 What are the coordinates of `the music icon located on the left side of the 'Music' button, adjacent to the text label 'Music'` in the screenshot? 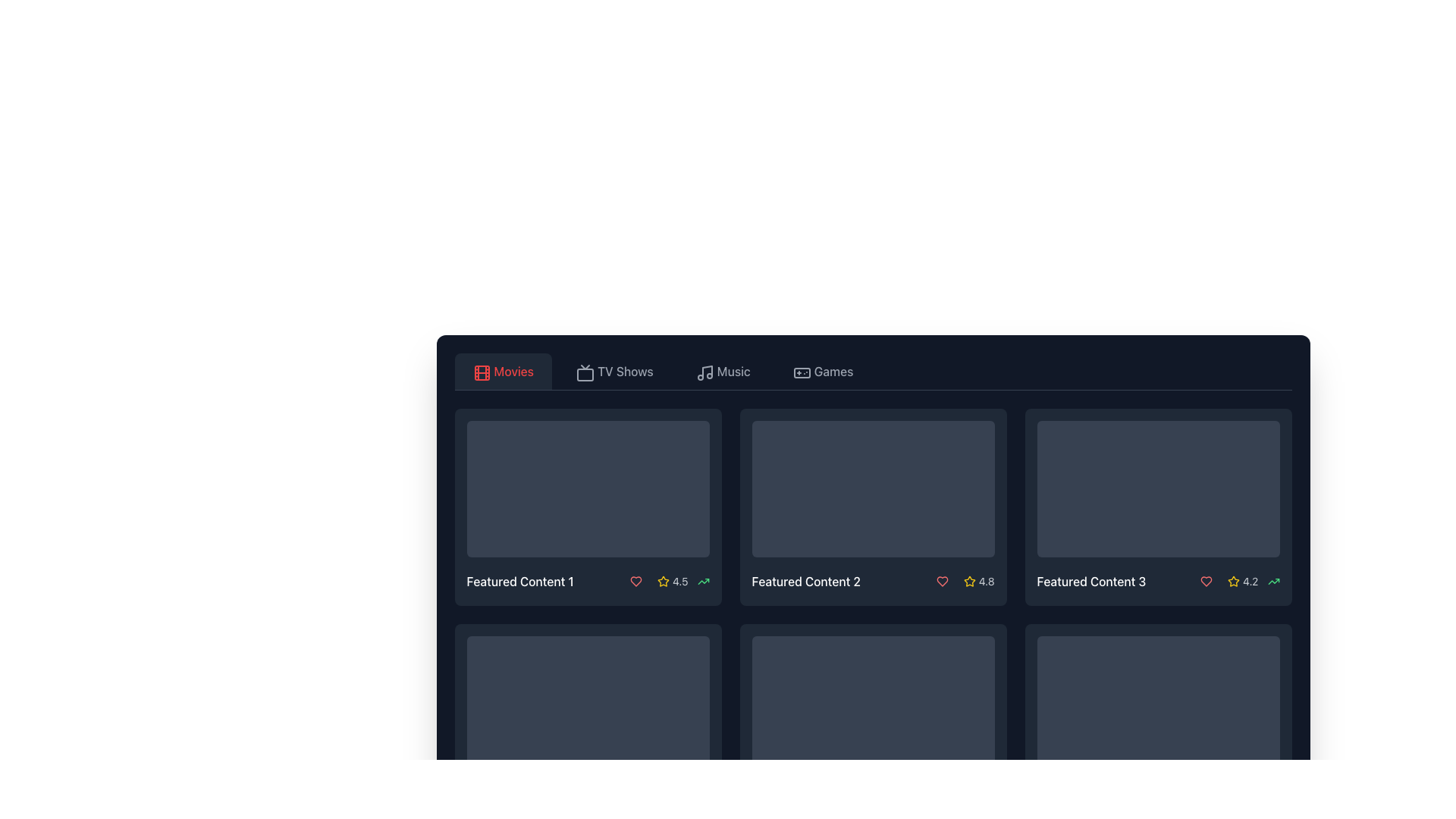 It's located at (702, 371).